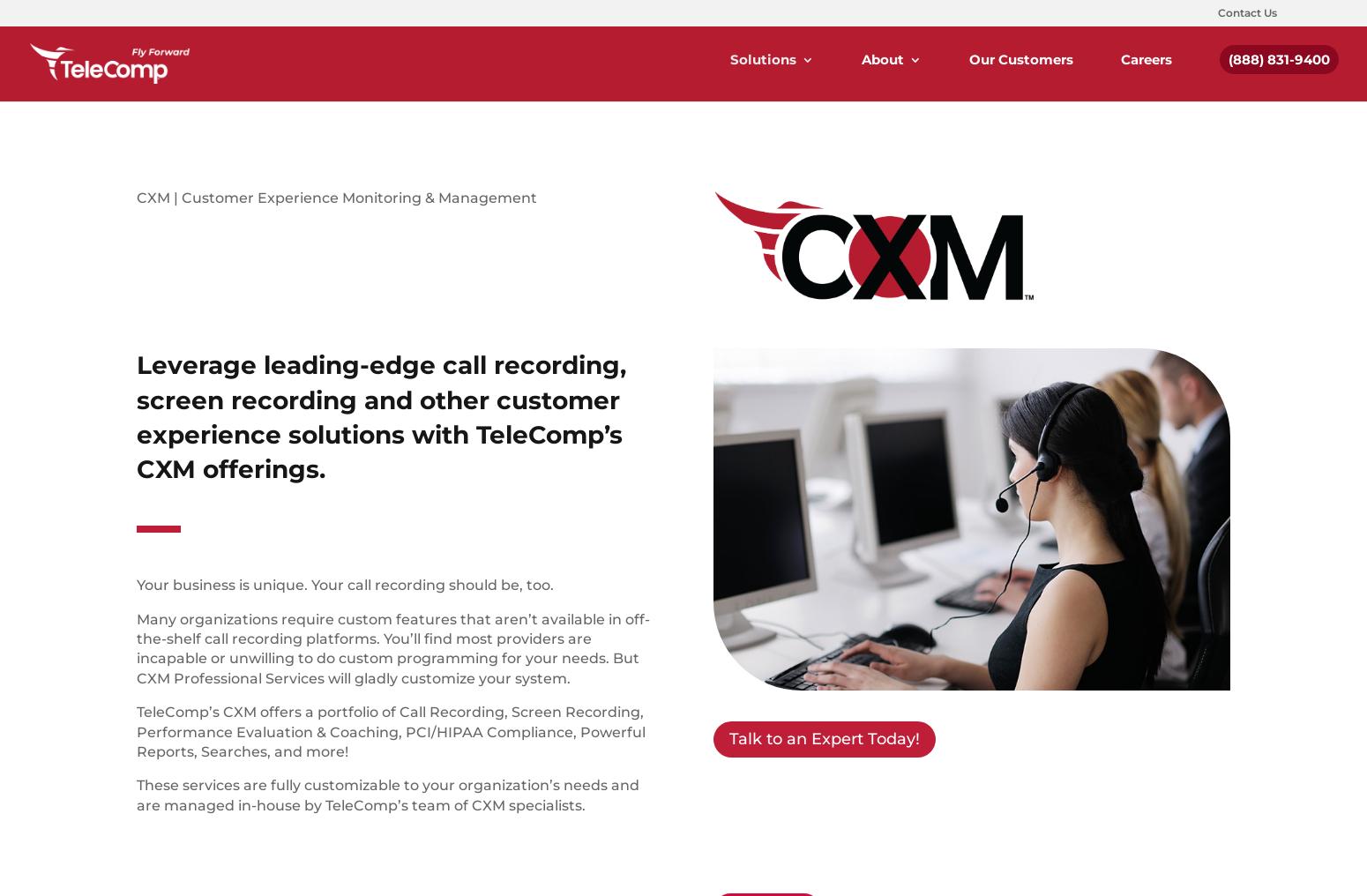 This screenshot has height=896, width=1367. What do you see at coordinates (388, 658) in the screenshot?
I see `'ost providers are incapable or unwilling to do custom programming for your needs. But CXM Professional Services will gladly customize your system.'` at bounding box center [388, 658].